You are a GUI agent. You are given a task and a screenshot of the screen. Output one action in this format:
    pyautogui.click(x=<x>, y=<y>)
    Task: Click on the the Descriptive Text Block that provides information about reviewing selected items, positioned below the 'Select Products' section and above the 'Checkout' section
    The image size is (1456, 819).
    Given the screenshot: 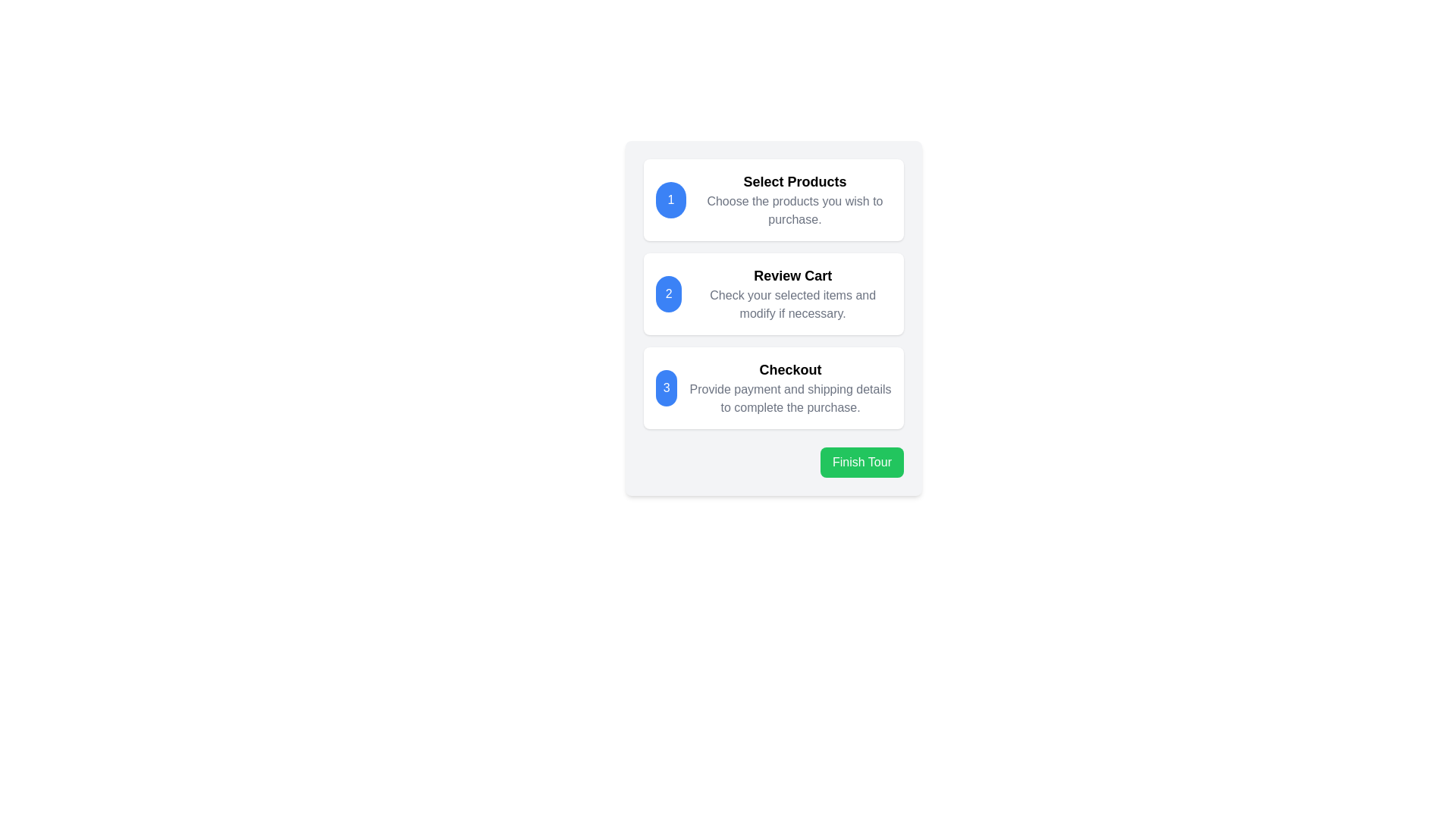 What is the action you would take?
    pyautogui.click(x=792, y=294)
    